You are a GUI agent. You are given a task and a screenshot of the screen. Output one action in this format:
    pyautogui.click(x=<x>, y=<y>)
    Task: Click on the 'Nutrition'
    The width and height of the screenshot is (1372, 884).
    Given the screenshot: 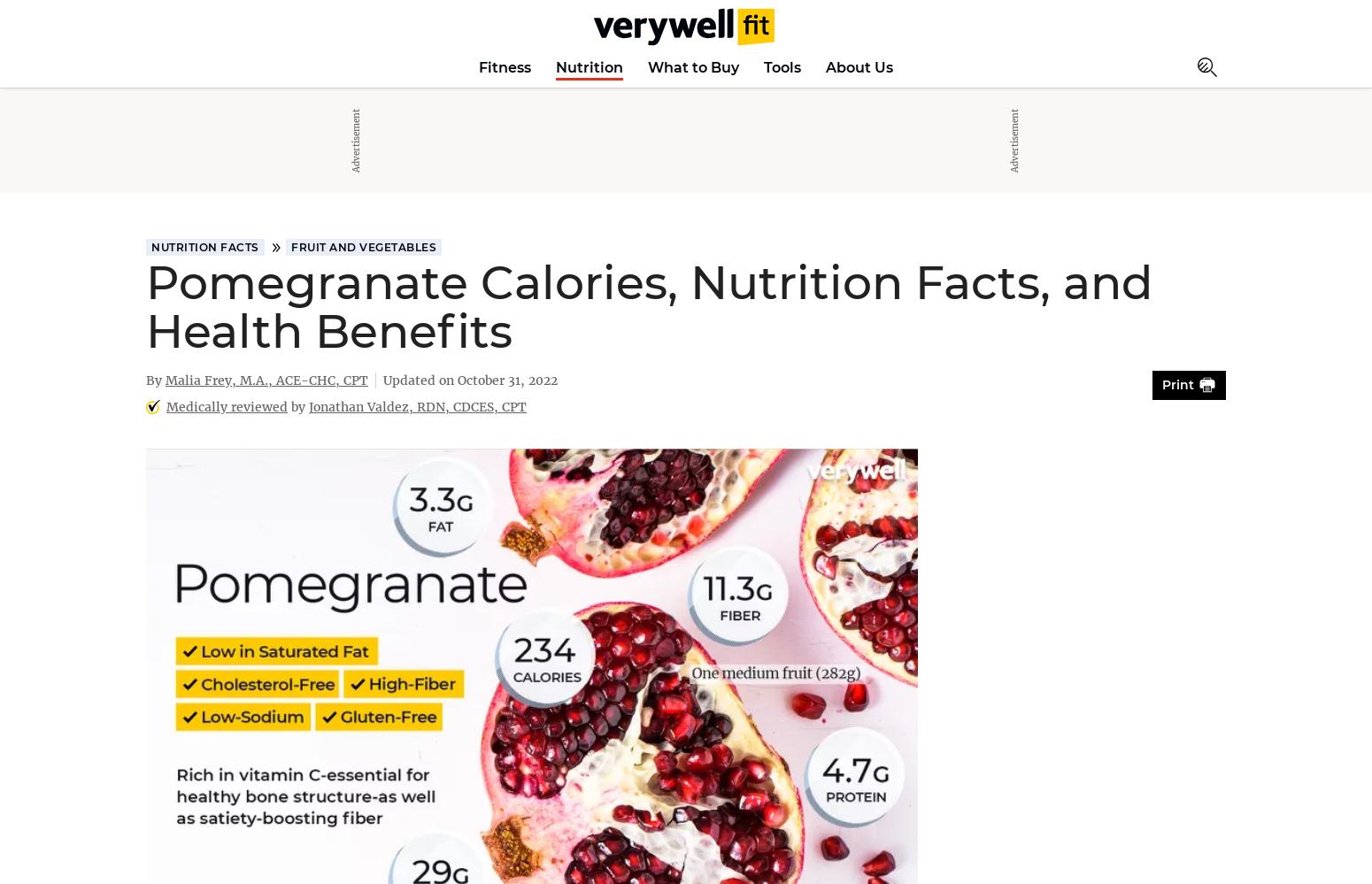 What is the action you would take?
    pyautogui.click(x=589, y=66)
    